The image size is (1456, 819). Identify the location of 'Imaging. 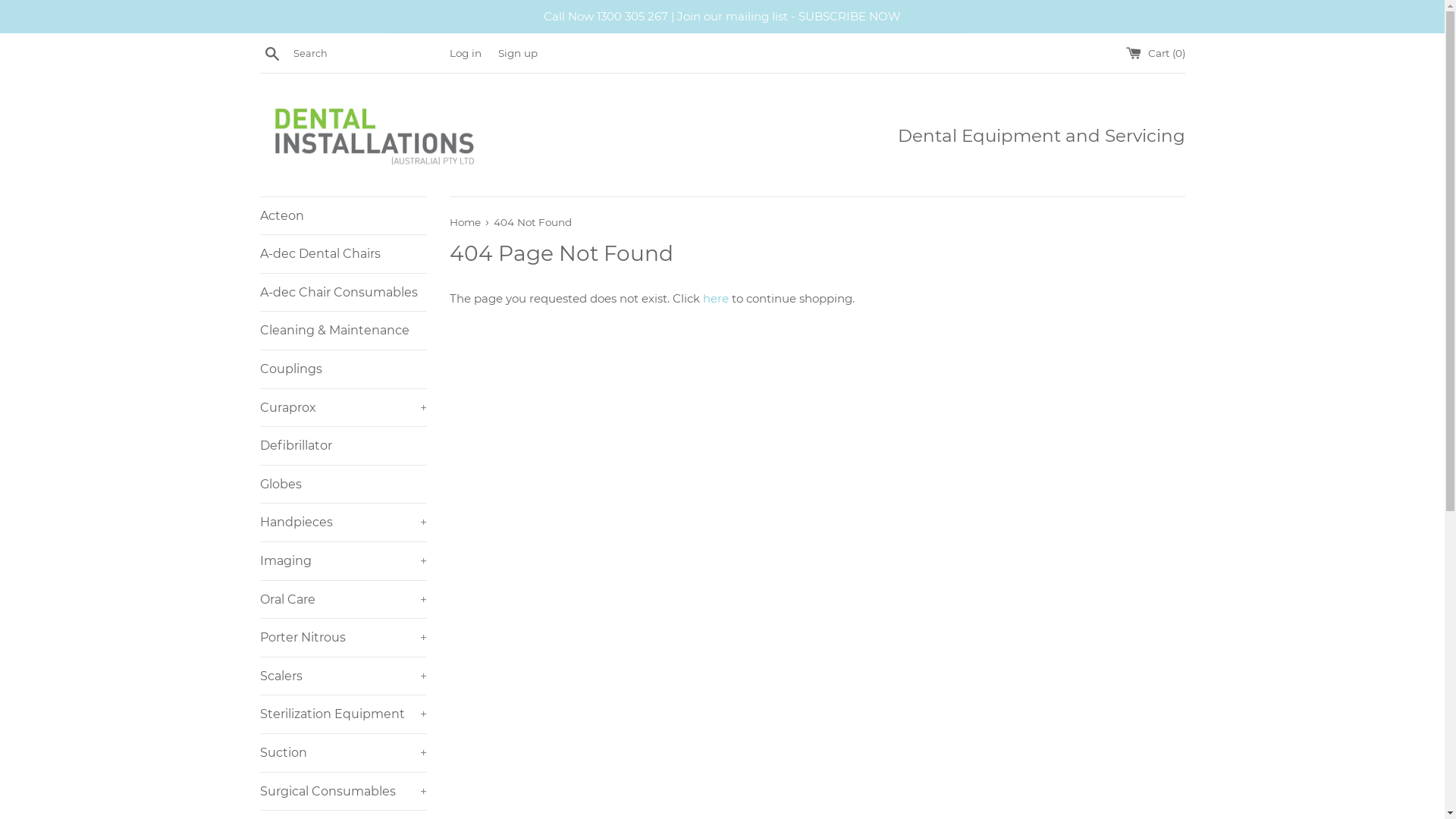
(259, 561).